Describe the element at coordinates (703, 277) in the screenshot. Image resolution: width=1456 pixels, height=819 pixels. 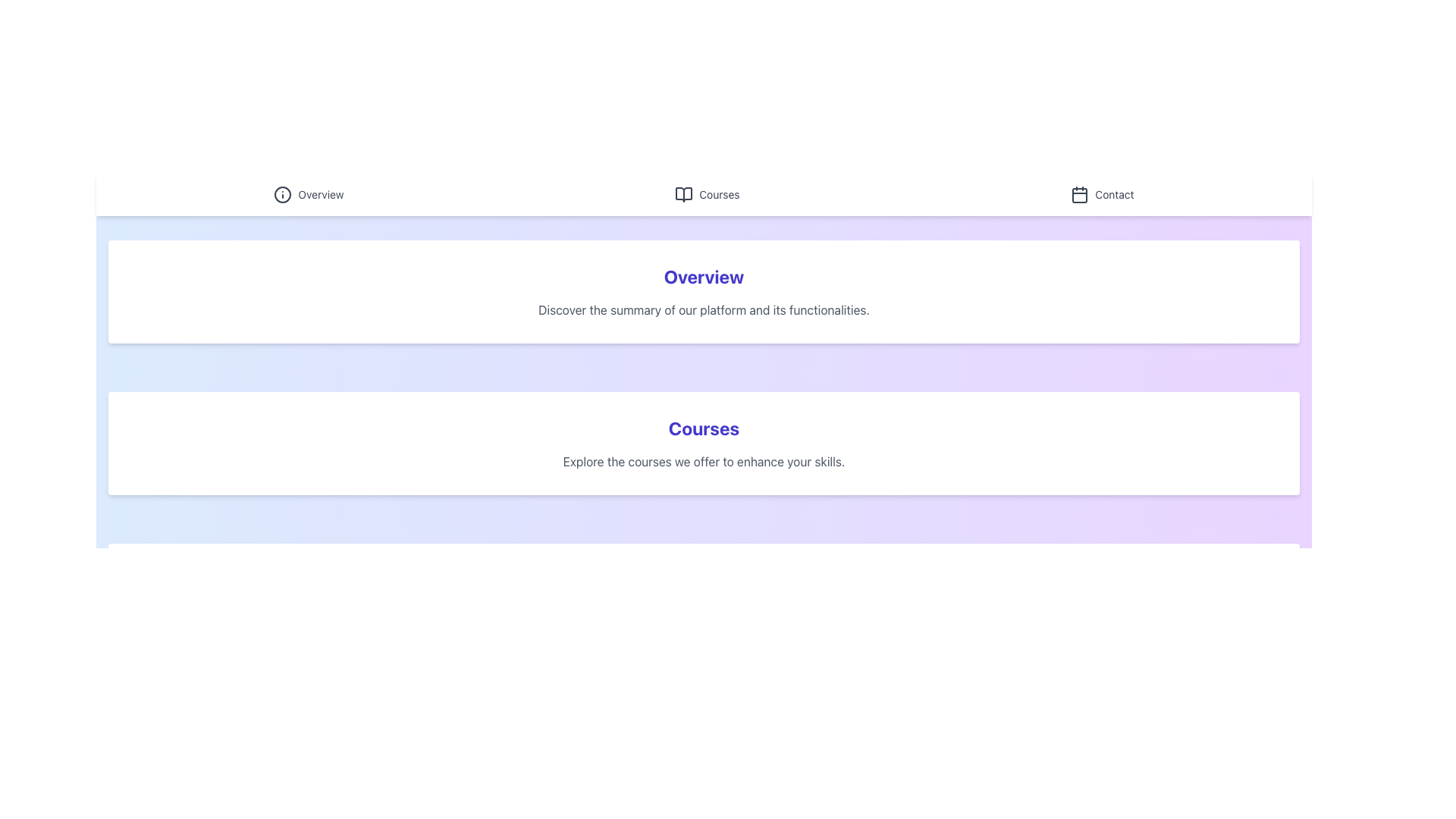
I see `the text of the 'Overview' heading, which is located at the top of a white, rounded rectangle section with shadow effects` at that location.